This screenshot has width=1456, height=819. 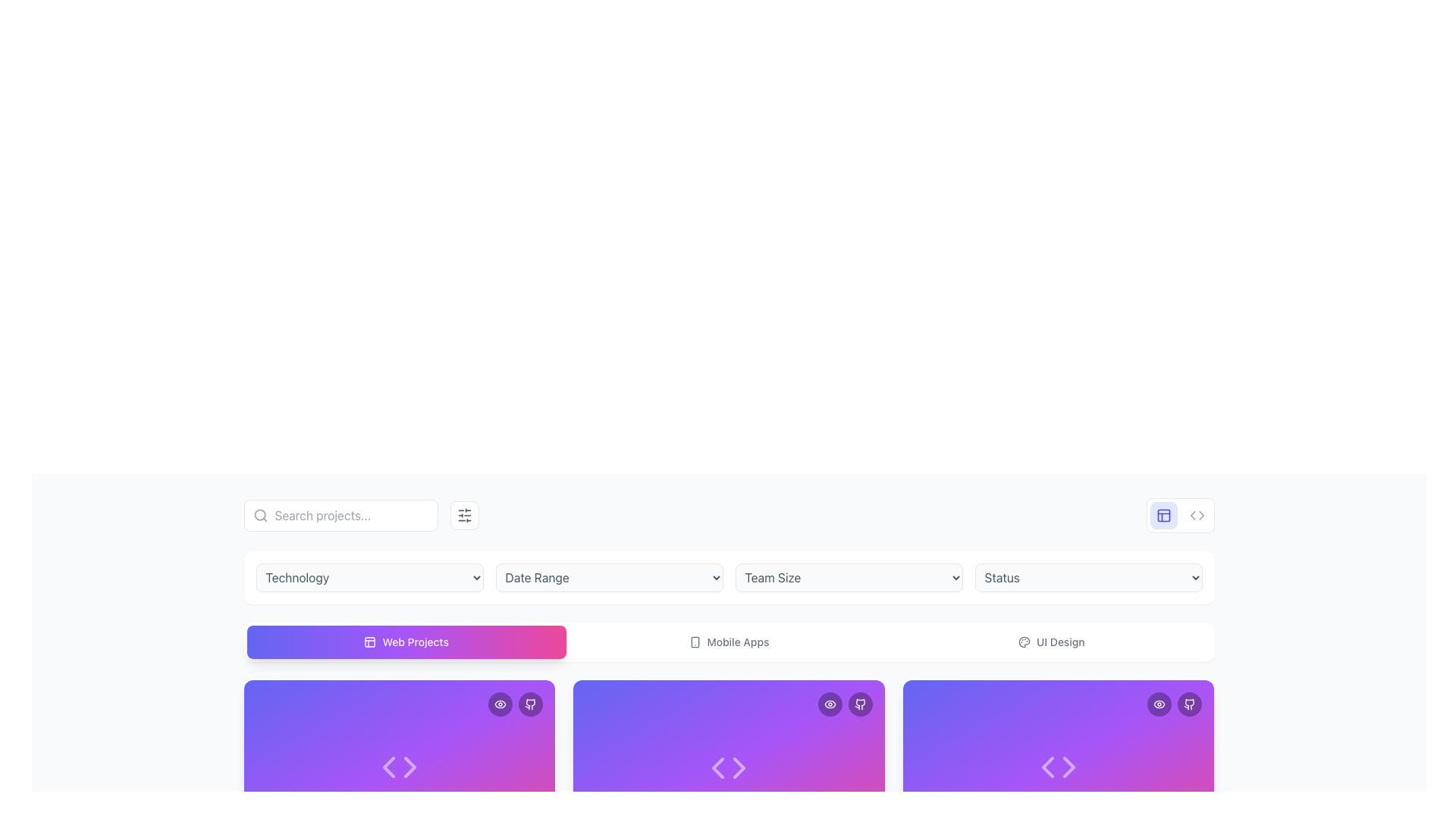 I want to click on the GitHub icon located at the top-right section of the card-like UI component, so click(x=859, y=704).